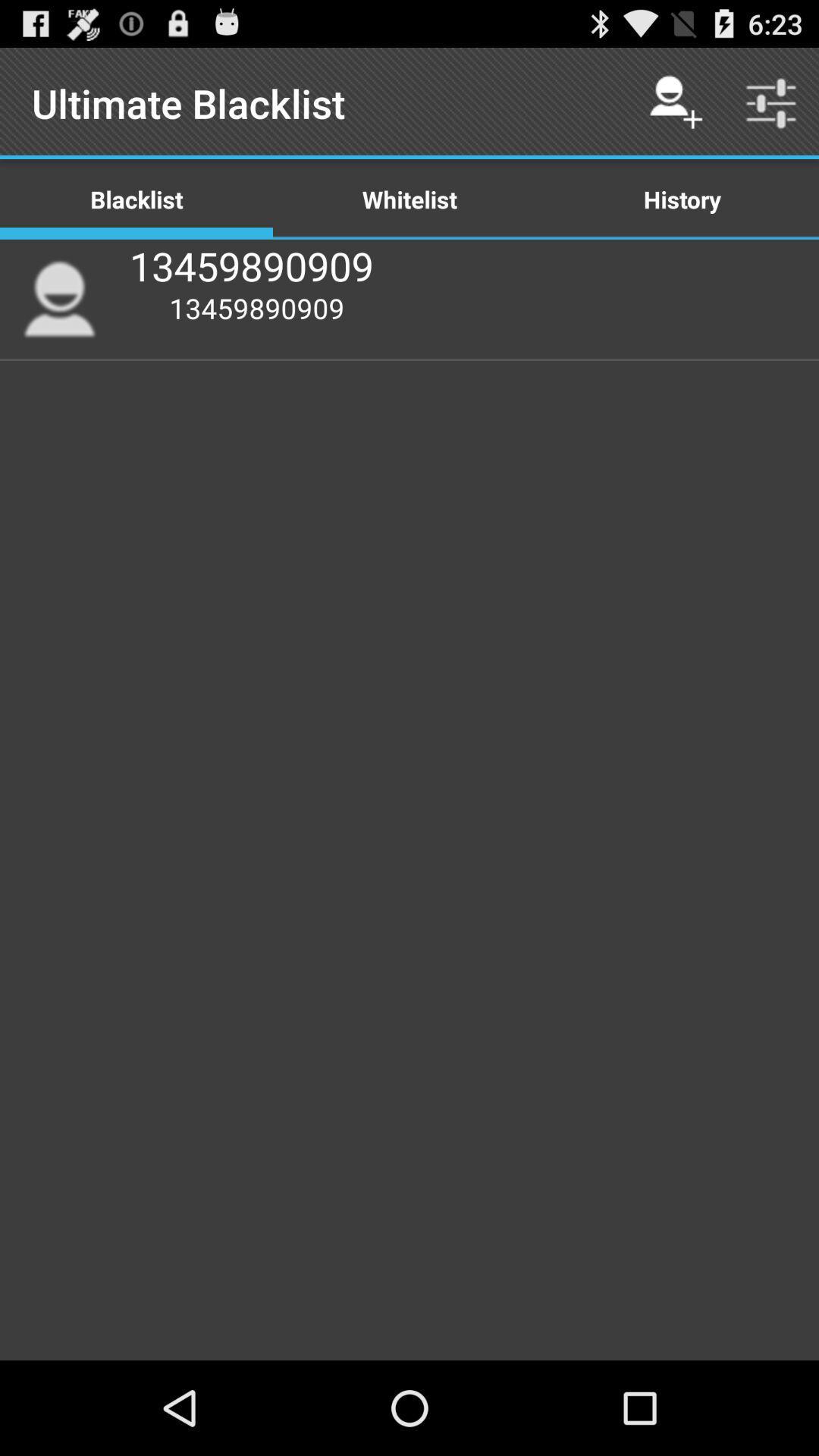 The height and width of the screenshot is (1456, 819). Describe the element at coordinates (409, 198) in the screenshot. I see `the item to the right of the blacklist` at that location.